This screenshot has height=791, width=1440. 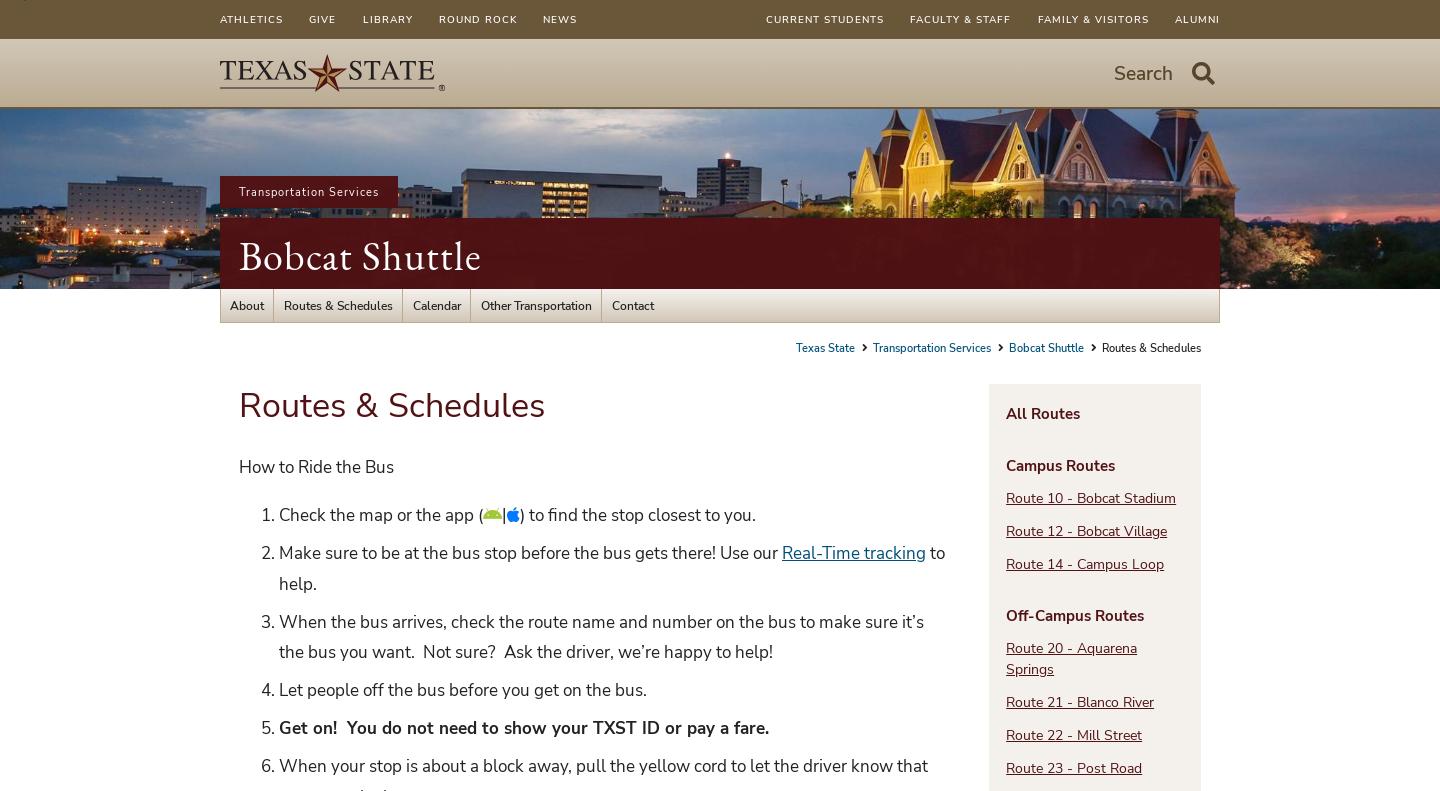 What do you see at coordinates (316, 465) in the screenshot?
I see `'How to Ride the Bus'` at bounding box center [316, 465].